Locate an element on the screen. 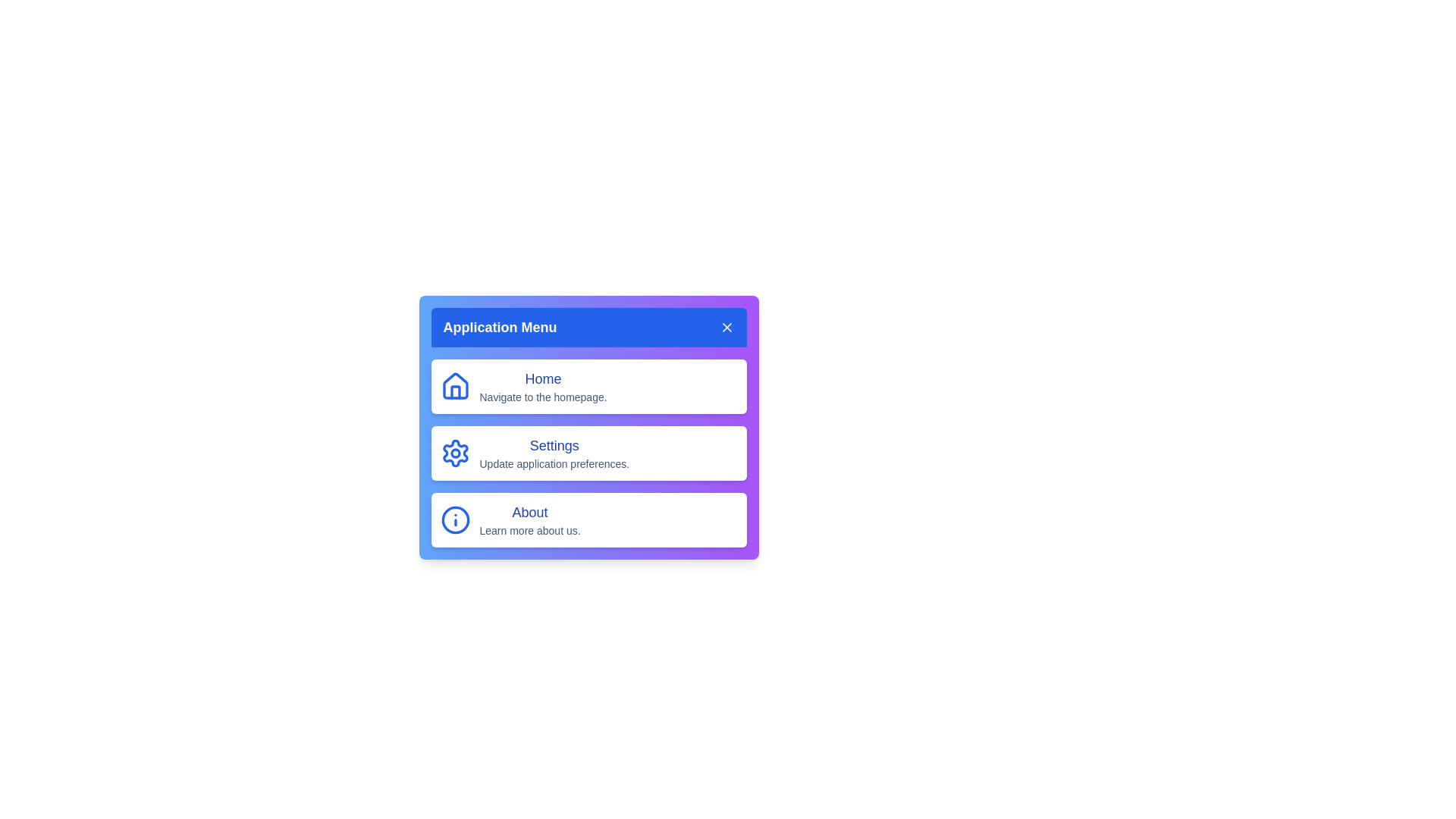 This screenshot has width=1456, height=819. the menu item Home and interact with it is located at coordinates (588, 385).